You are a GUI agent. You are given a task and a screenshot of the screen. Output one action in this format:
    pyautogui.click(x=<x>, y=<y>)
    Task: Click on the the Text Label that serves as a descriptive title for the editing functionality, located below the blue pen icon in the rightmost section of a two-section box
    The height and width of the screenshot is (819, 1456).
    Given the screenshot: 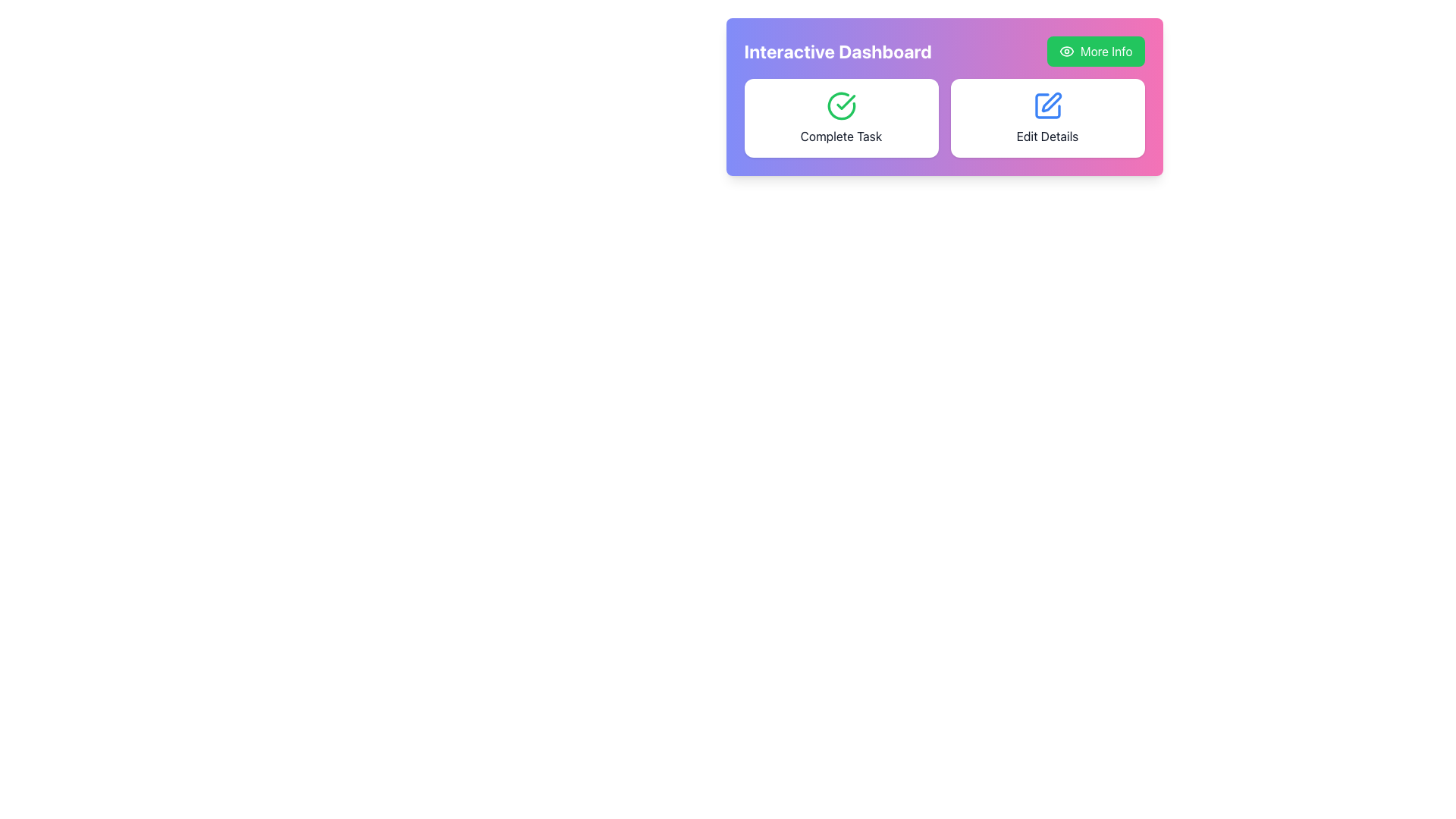 What is the action you would take?
    pyautogui.click(x=1046, y=136)
    